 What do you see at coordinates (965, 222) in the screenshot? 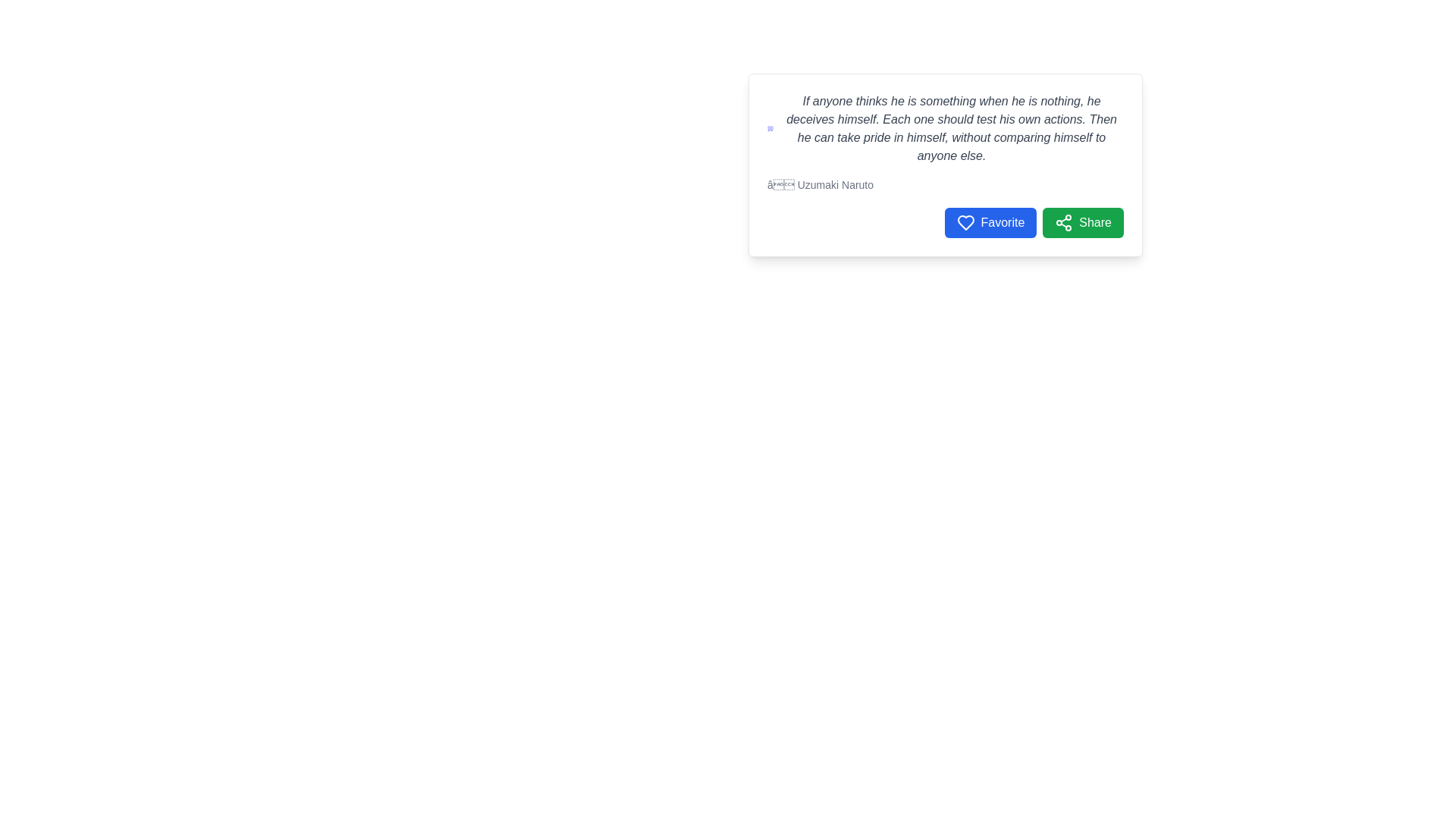
I see `the 'favorite' SVG graphic located in the bottom-right corner of the card, adjacent to the quote description and to the left of the 'Favorite' button` at bounding box center [965, 222].